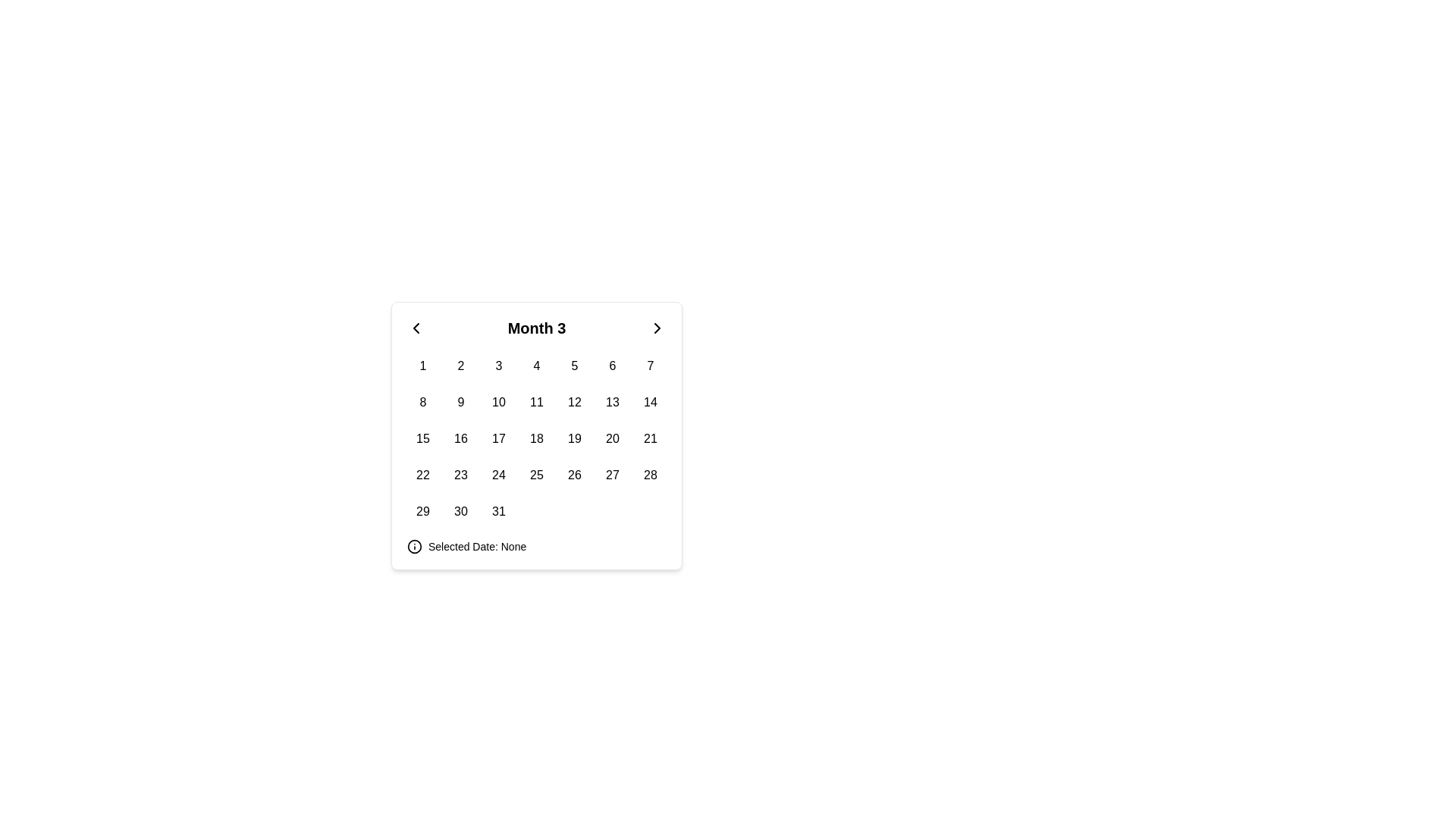 Image resolution: width=1456 pixels, height=819 pixels. What do you see at coordinates (460, 366) in the screenshot?
I see `the square button with rounded corners displaying the text '2' in the calendar table` at bounding box center [460, 366].